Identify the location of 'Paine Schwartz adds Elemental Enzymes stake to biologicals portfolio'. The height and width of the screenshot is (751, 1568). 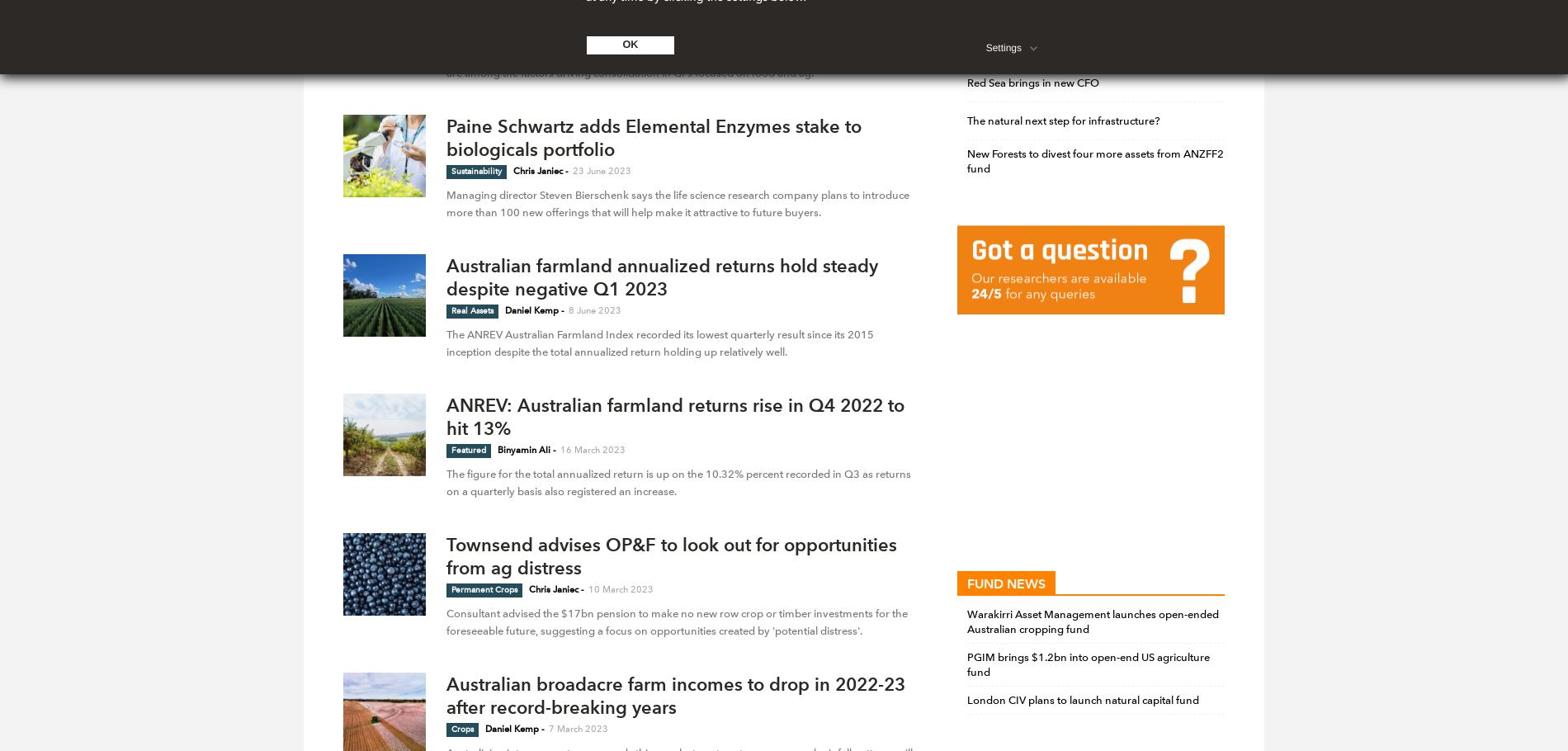
(446, 137).